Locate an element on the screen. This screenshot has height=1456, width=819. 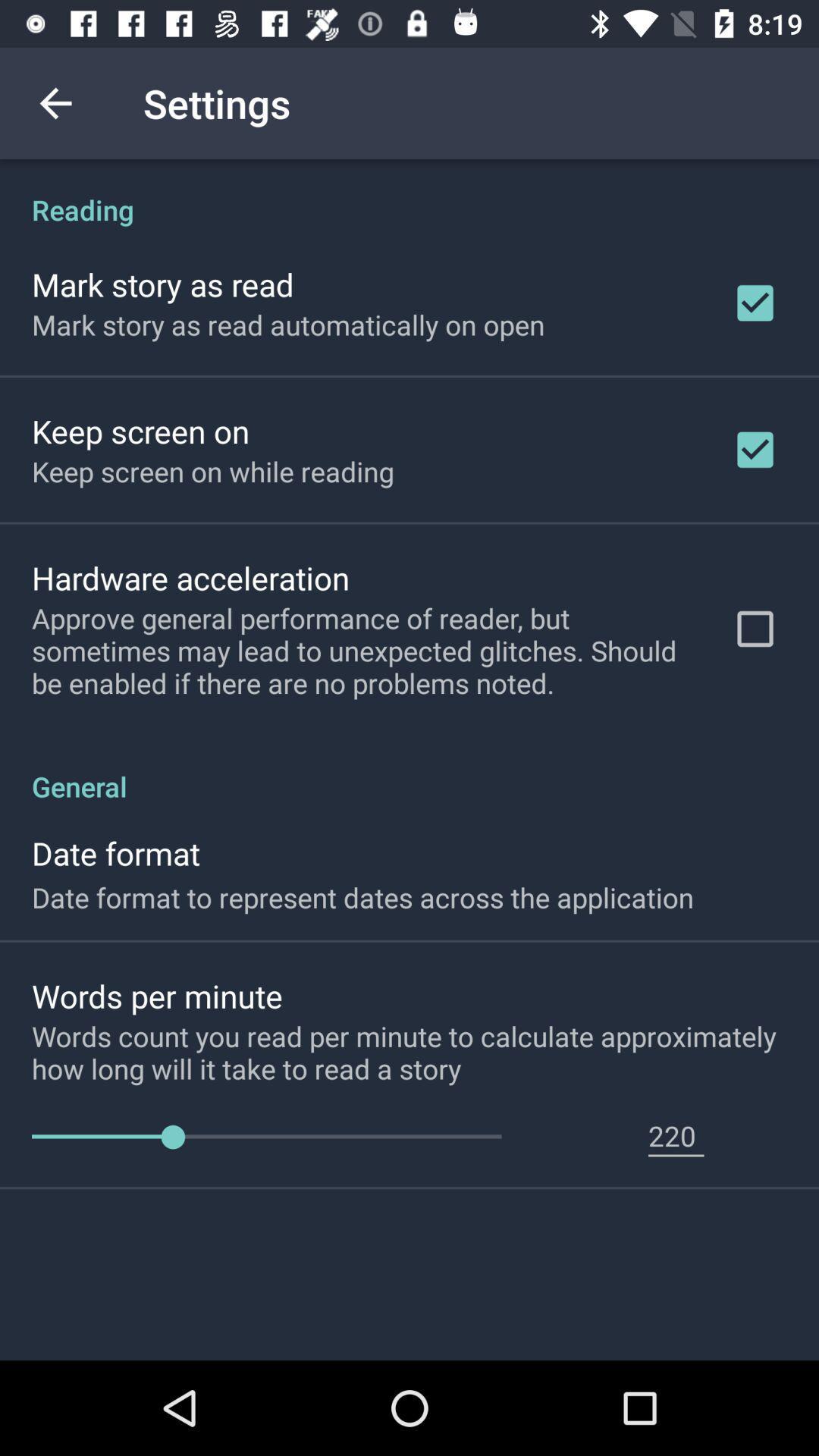
icon to the left of the 220 icon is located at coordinates (265, 1137).